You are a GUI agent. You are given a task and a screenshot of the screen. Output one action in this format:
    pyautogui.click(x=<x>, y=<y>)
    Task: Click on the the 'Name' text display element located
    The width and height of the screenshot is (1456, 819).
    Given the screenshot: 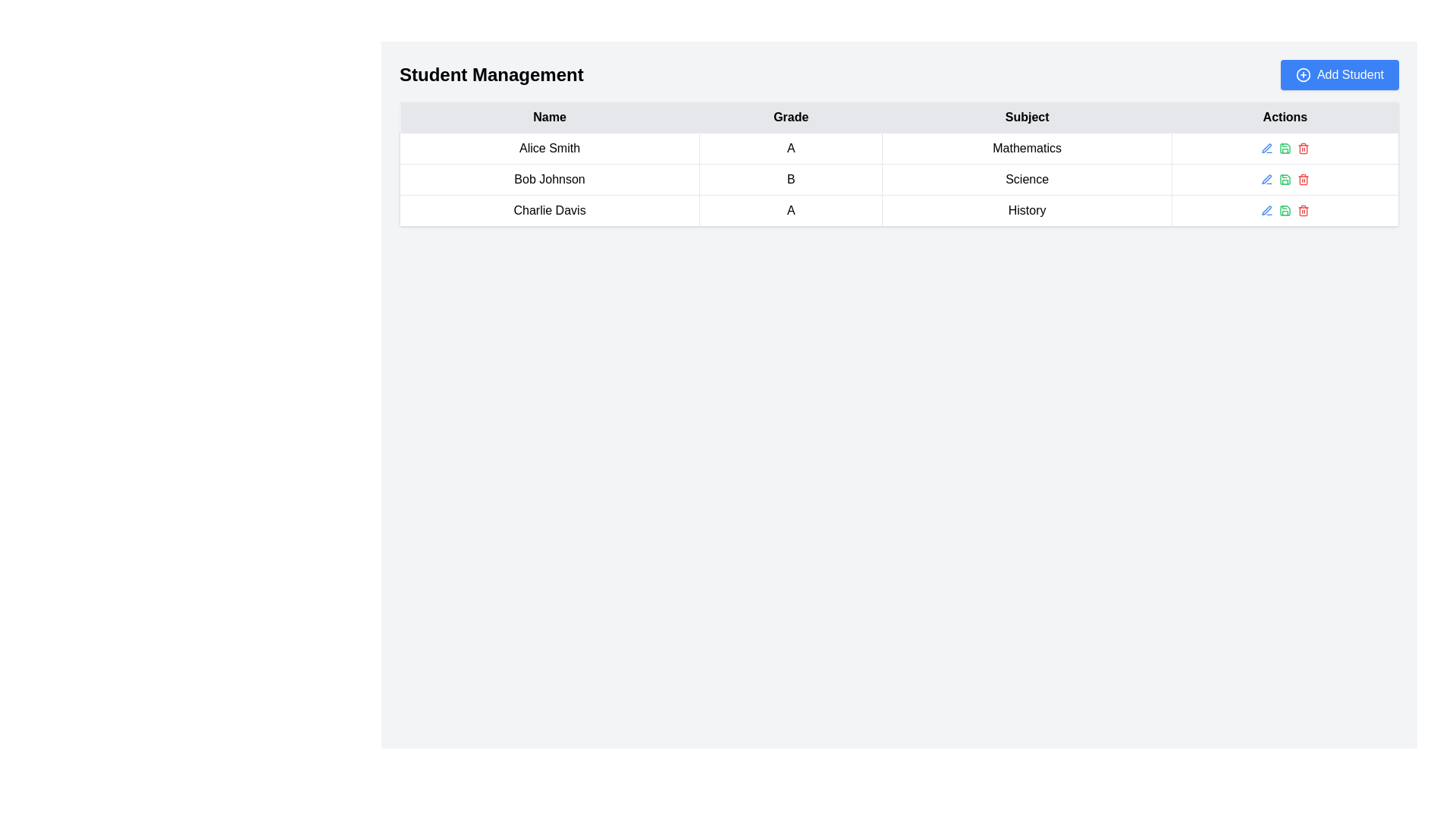 What is the action you would take?
    pyautogui.click(x=548, y=149)
    